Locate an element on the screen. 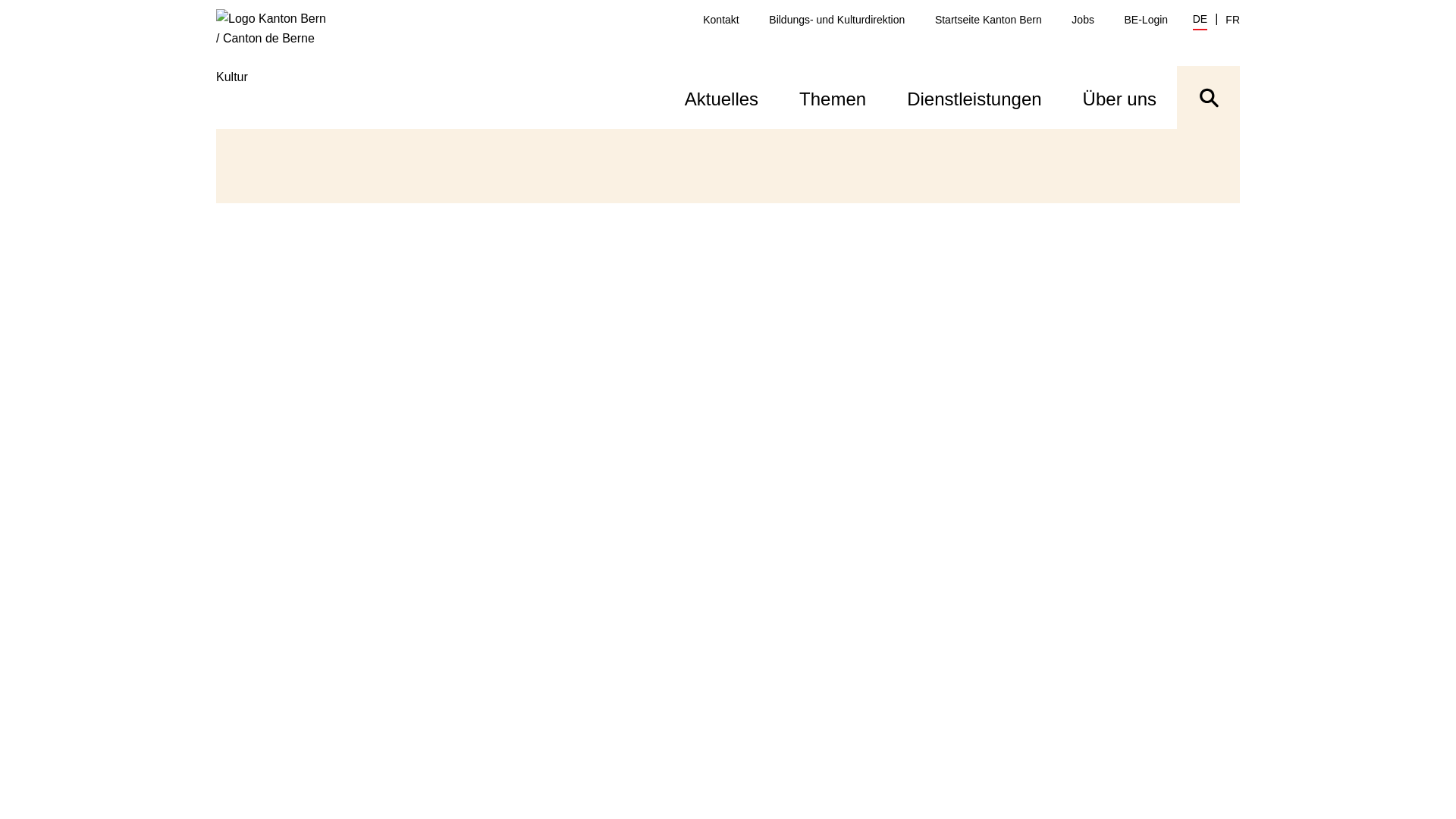 This screenshot has width=1456, height=819. 'Kultur' is located at coordinates (281, 67).